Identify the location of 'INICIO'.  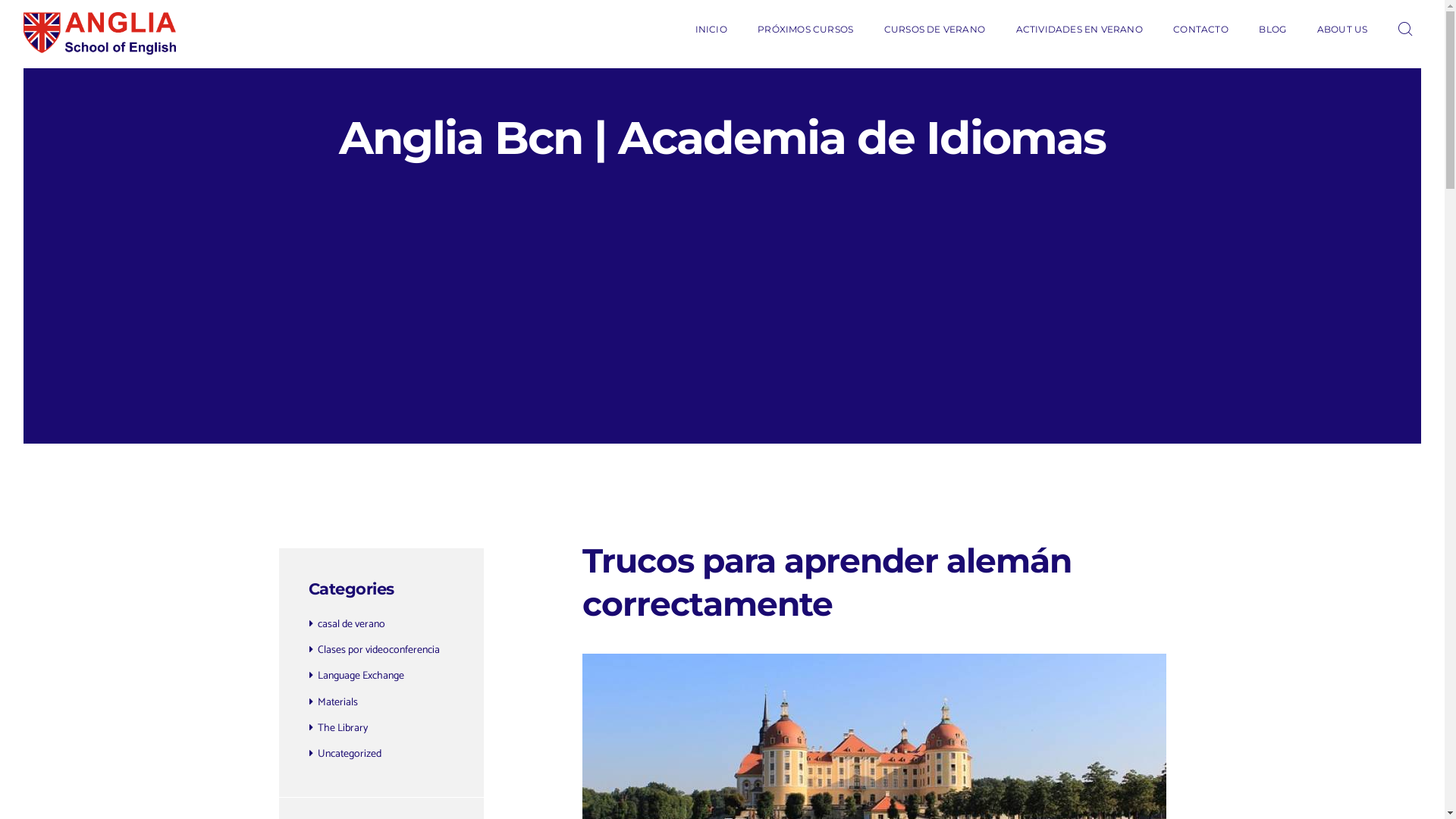
(710, 29).